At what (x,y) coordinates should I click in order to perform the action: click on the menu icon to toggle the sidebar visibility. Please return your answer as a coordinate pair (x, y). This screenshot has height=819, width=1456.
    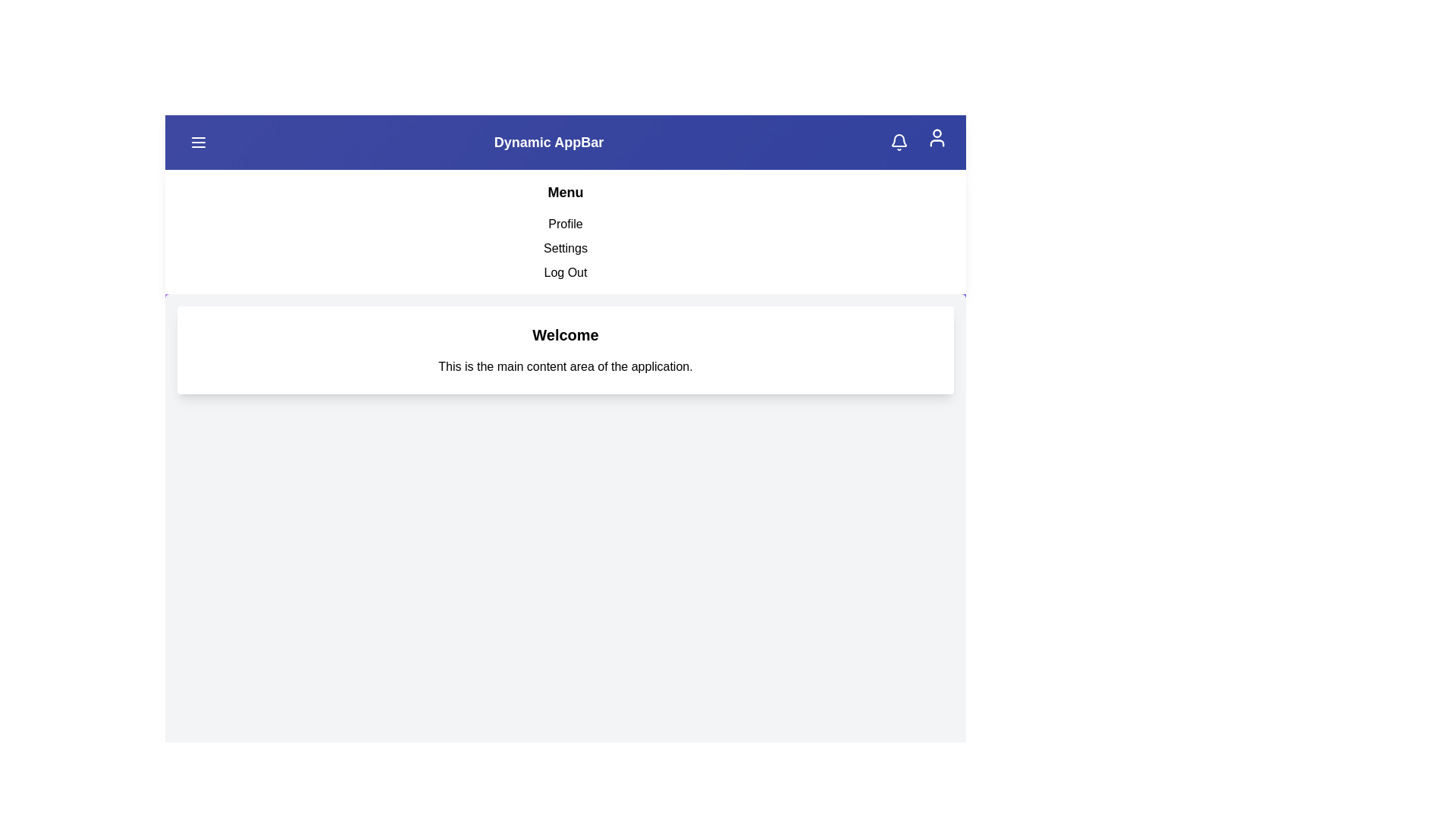
    Looking at the image, I should click on (198, 143).